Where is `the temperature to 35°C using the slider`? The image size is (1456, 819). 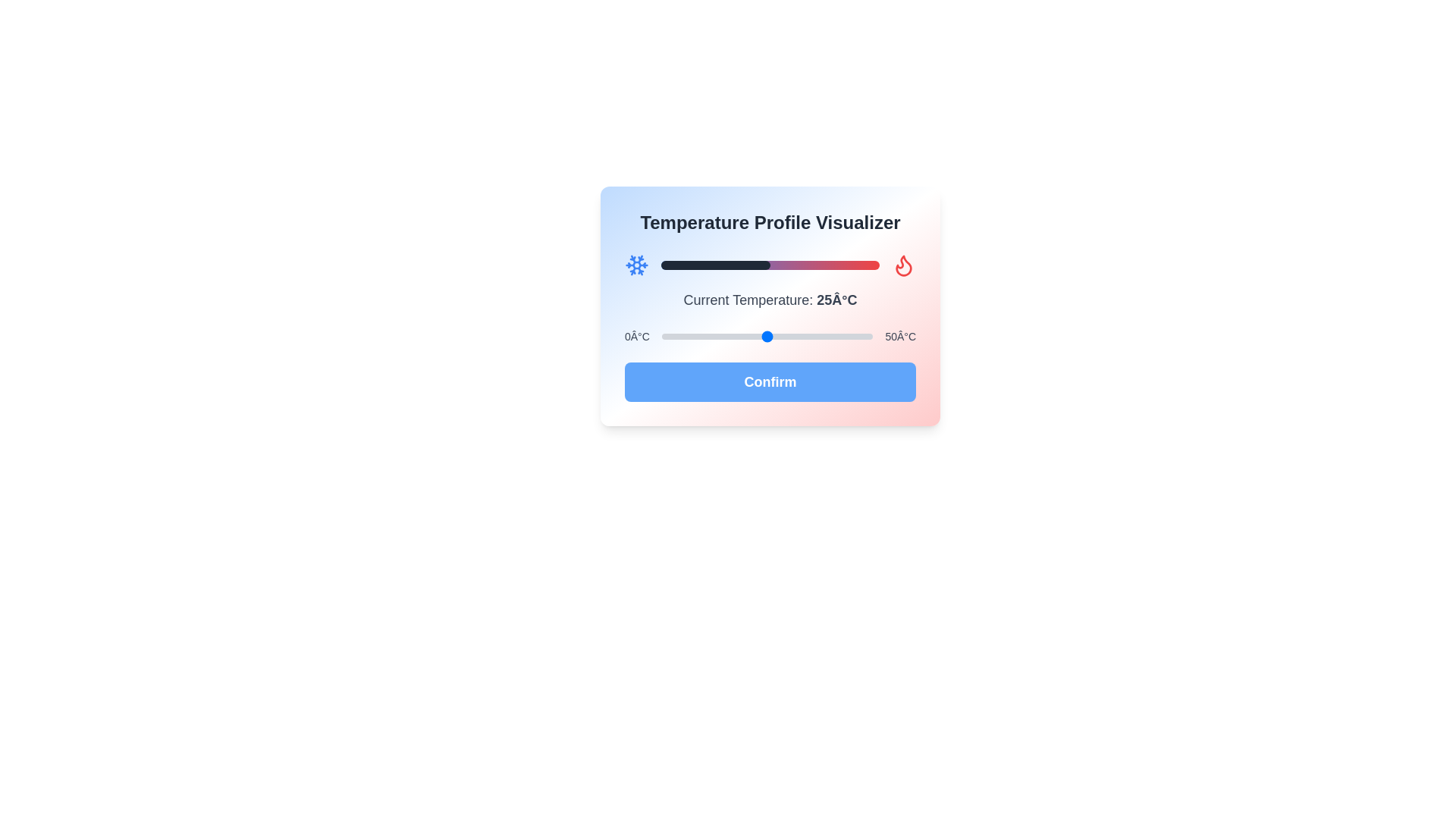
the temperature to 35°C using the slider is located at coordinates (808, 335).